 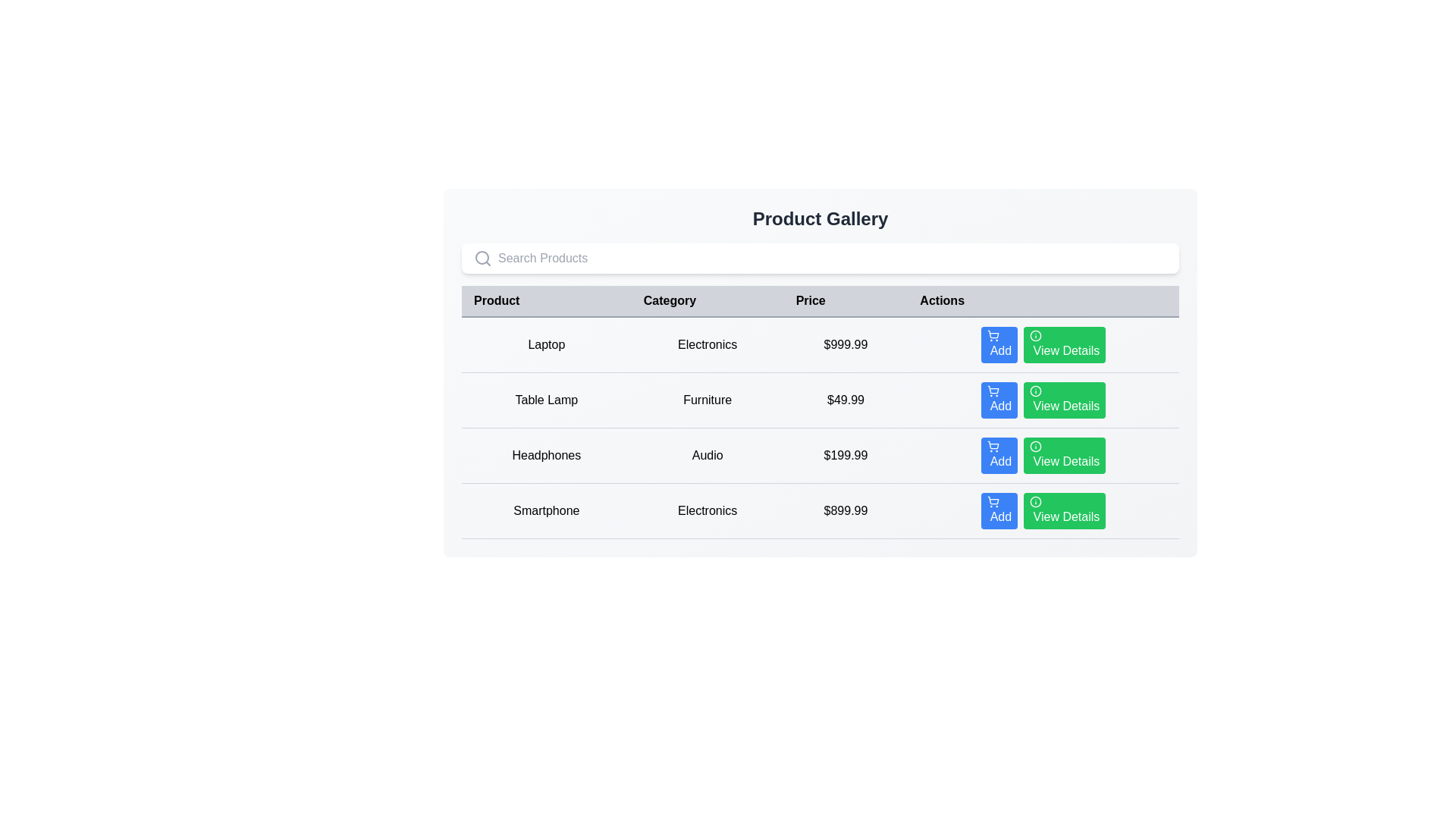 What do you see at coordinates (1035, 335) in the screenshot?
I see `the SVG circle that is part of the informational icon in the 'Actions' column of the first row of the table, aligned to the 'View Details' button` at bounding box center [1035, 335].